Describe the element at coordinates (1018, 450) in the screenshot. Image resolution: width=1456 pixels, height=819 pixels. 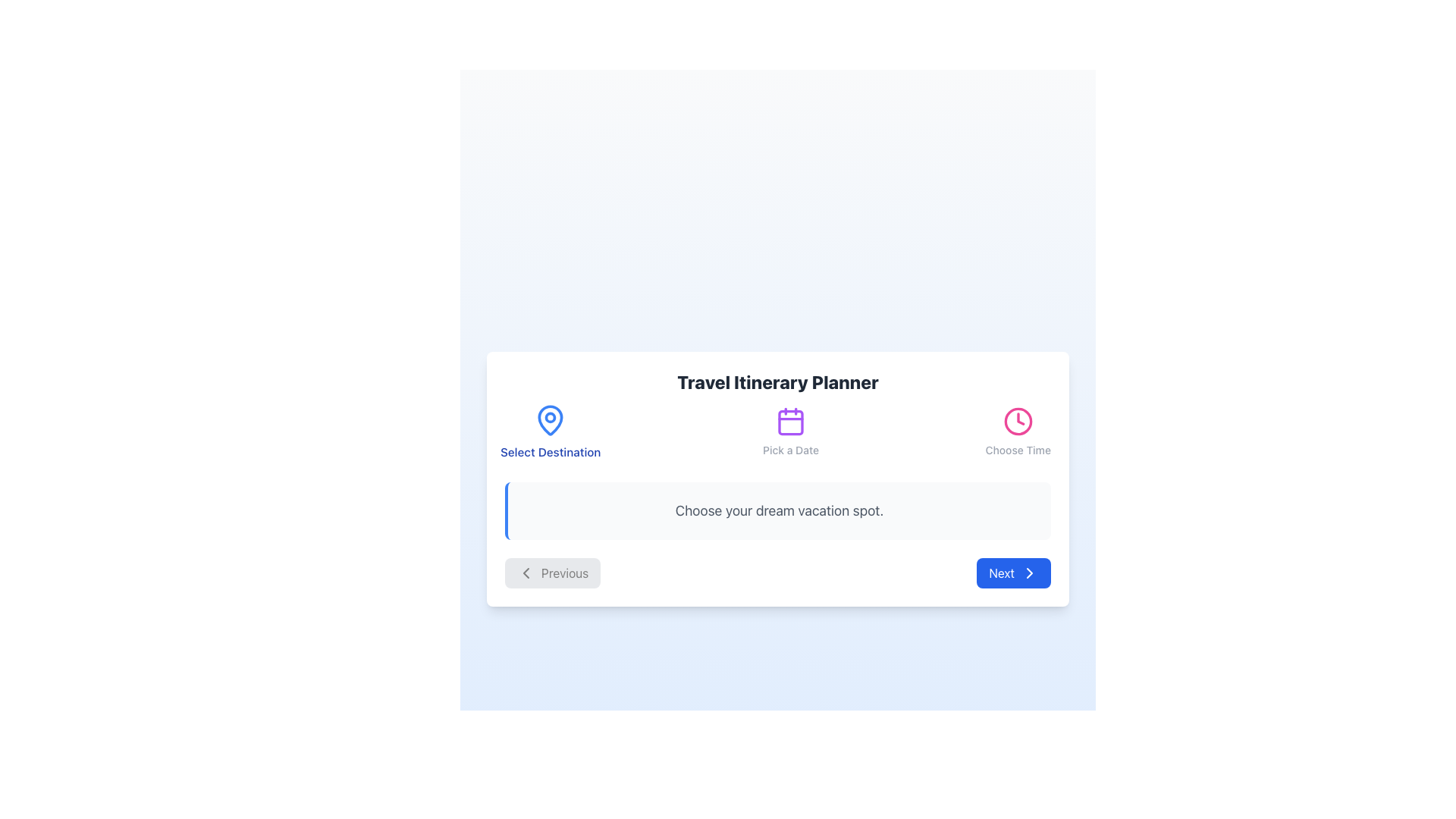
I see `the 'Choose Time' text label, which is styled in gray and positioned below the clock icon in the central panel of the interface` at that location.